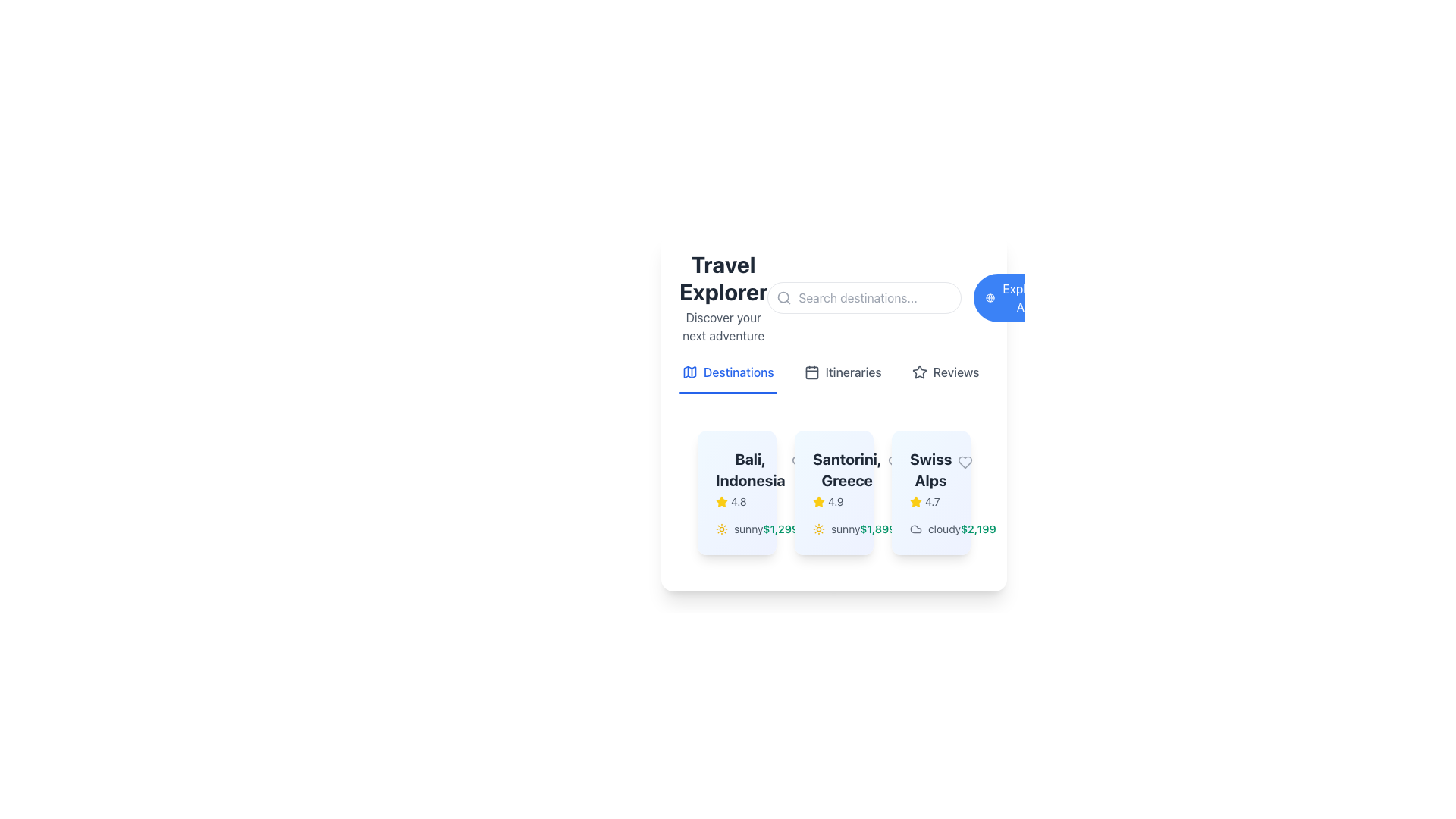 This screenshot has height=819, width=1456. What do you see at coordinates (930, 493) in the screenshot?
I see `the Information Card displaying 'Swiss Alps', which is the third card in the grid under the 'Destinations' tab of the 'Travel Explorer' interface` at bounding box center [930, 493].